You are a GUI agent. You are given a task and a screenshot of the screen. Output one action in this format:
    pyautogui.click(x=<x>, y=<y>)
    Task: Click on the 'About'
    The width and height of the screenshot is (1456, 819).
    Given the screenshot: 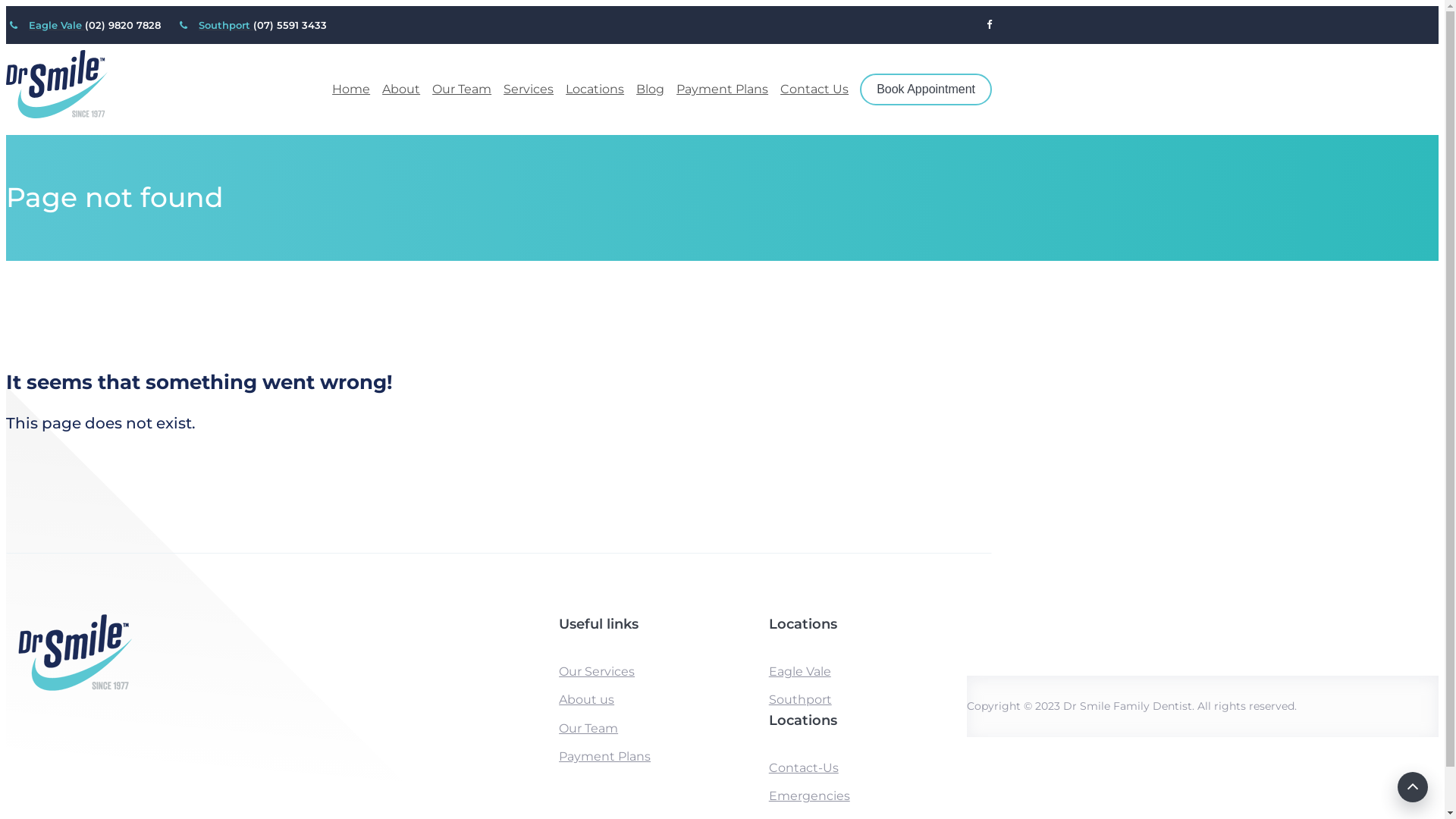 What is the action you would take?
    pyautogui.click(x=400, y=89)
    